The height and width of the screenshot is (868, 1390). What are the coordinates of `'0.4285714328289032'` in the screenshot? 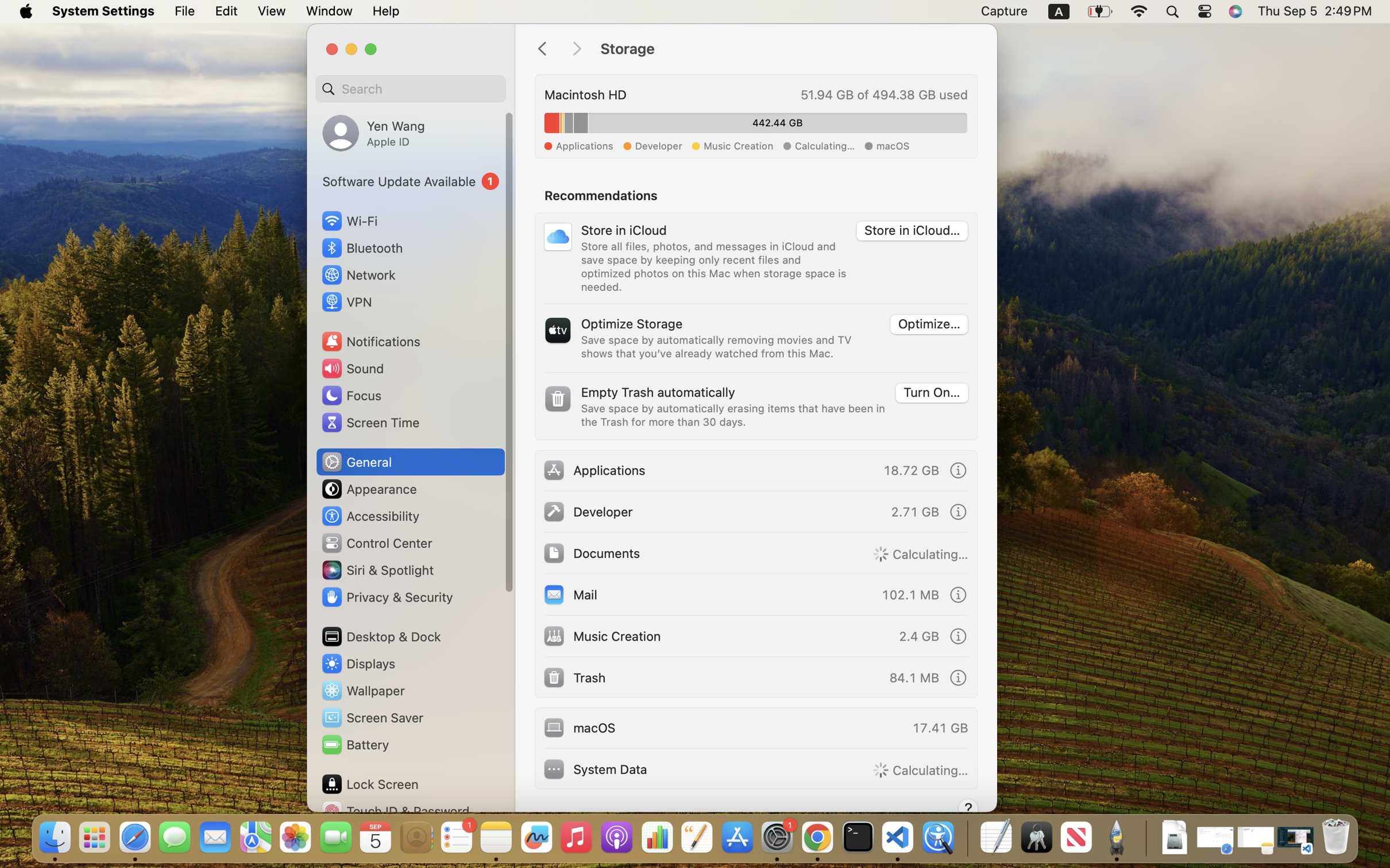 It's located at (966, 838).